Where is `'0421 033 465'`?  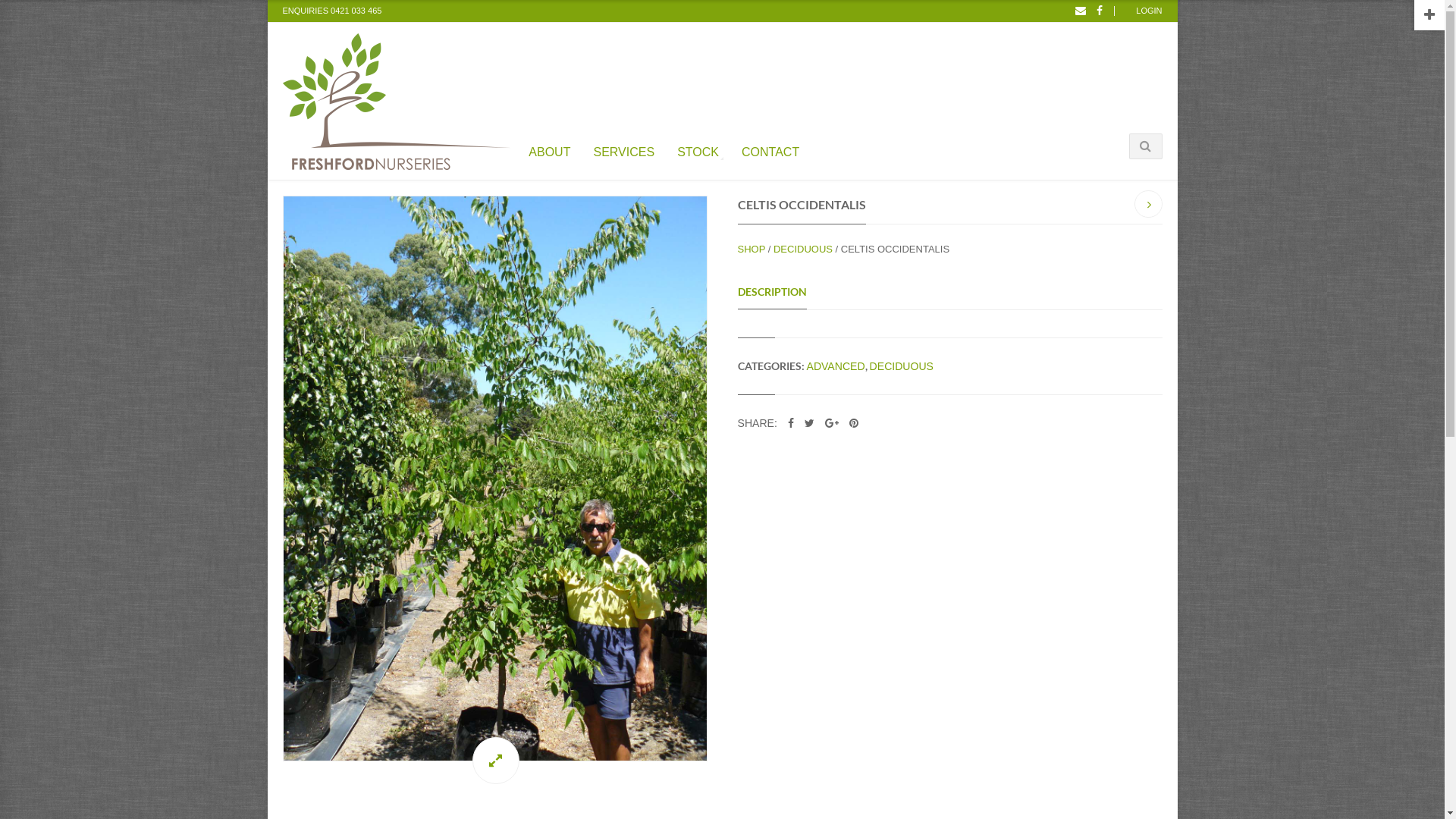 '0421 033 465' is located at coordinates (355, 11).